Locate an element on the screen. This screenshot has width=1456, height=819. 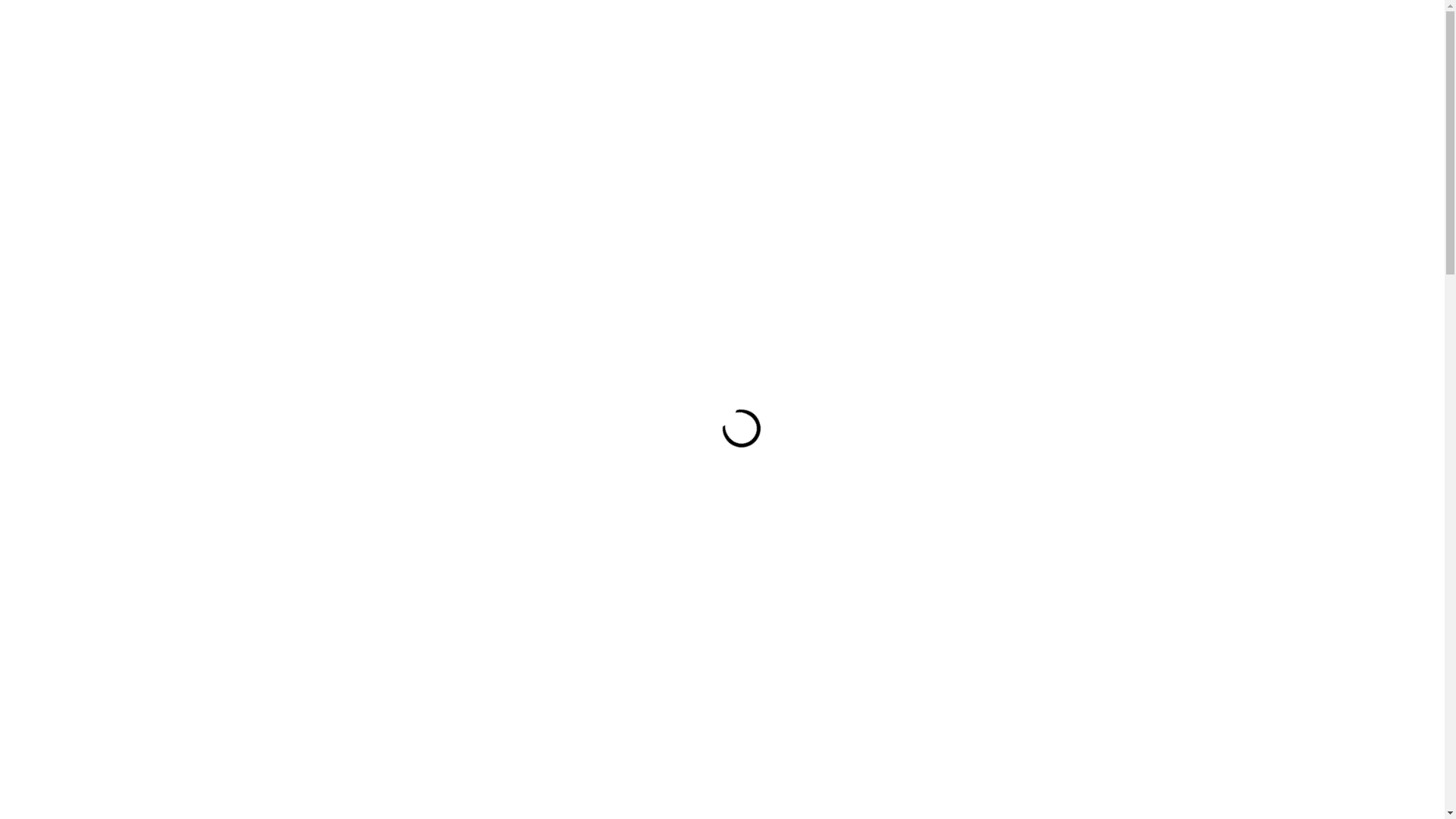
'styling' is located at coordinates (467, 110).